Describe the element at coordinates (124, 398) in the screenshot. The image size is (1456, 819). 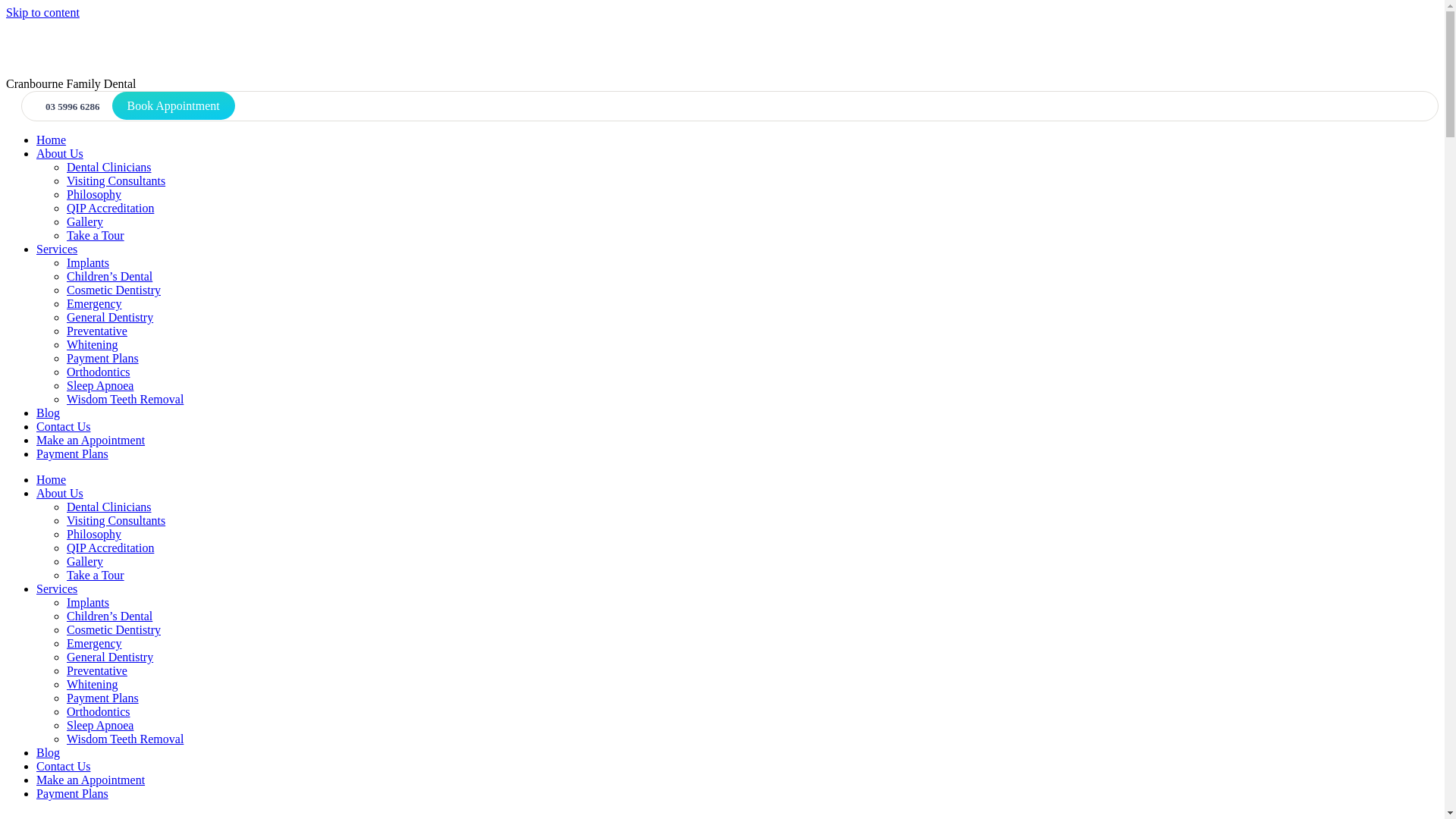
I see `'Wisdom Teeth Removal'` at that location.